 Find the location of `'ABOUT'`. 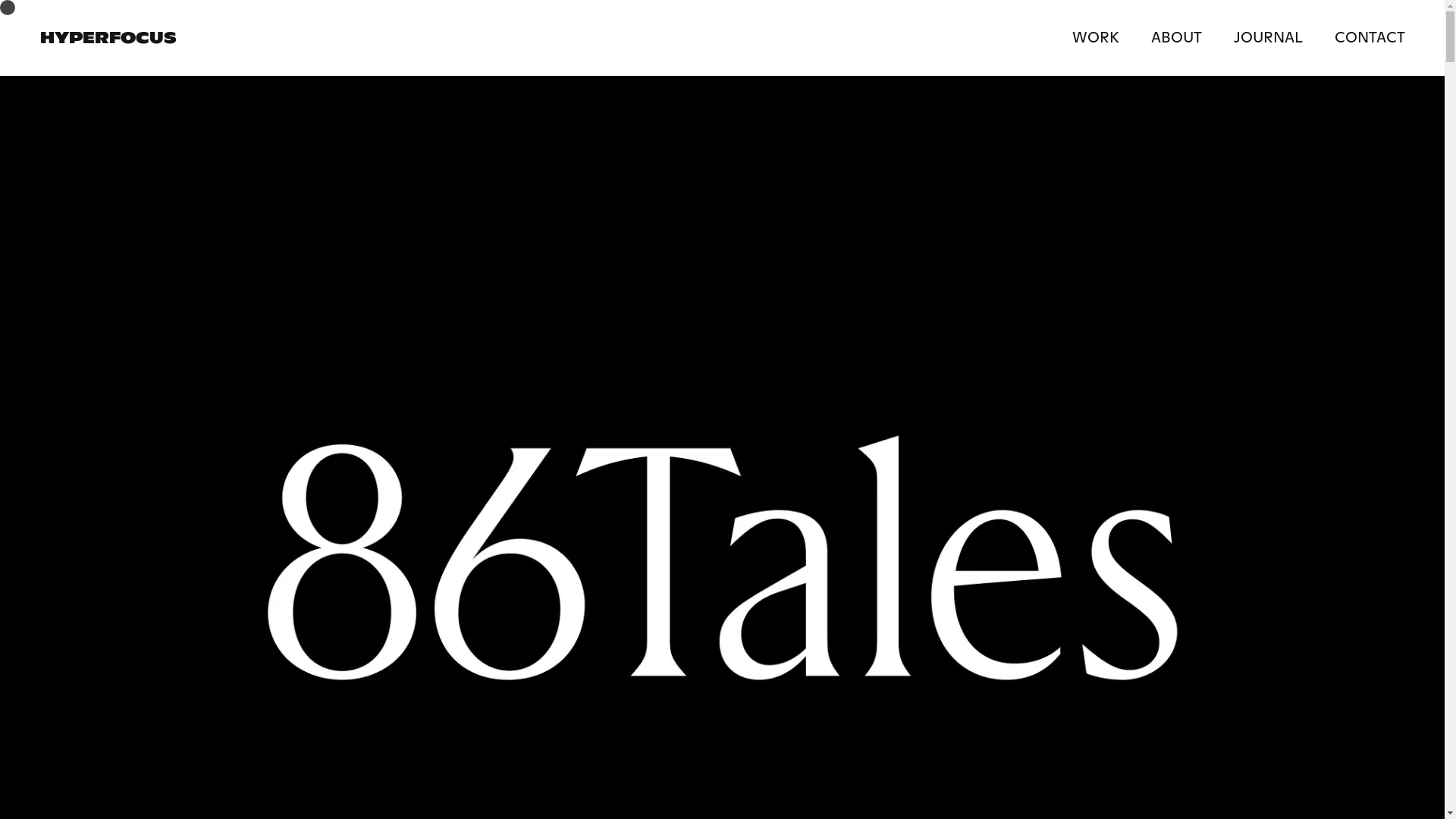

'ABOUT' is located at coordinates (1175, 37).